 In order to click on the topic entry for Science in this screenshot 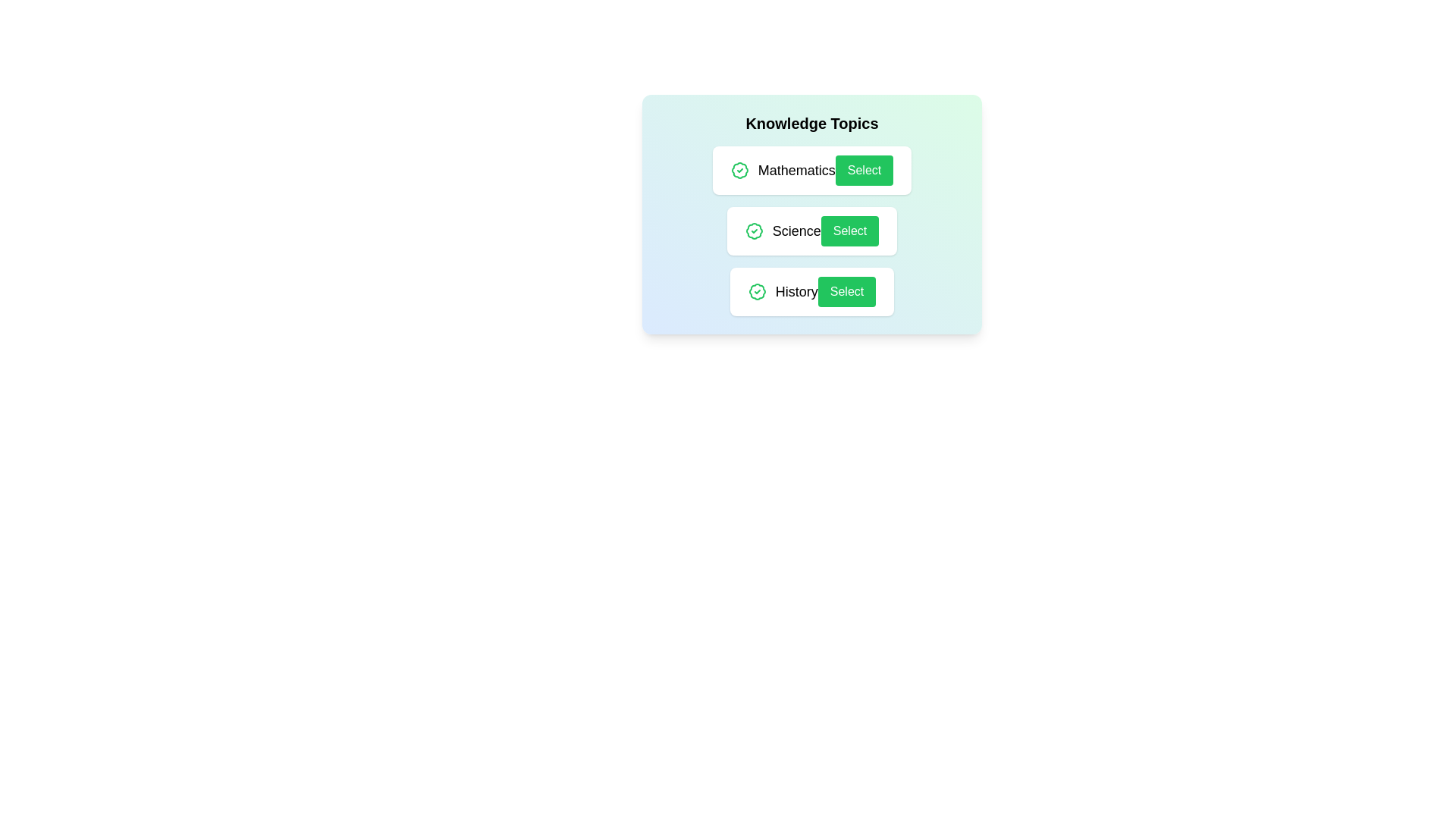, I will do `click(811, 231)`.